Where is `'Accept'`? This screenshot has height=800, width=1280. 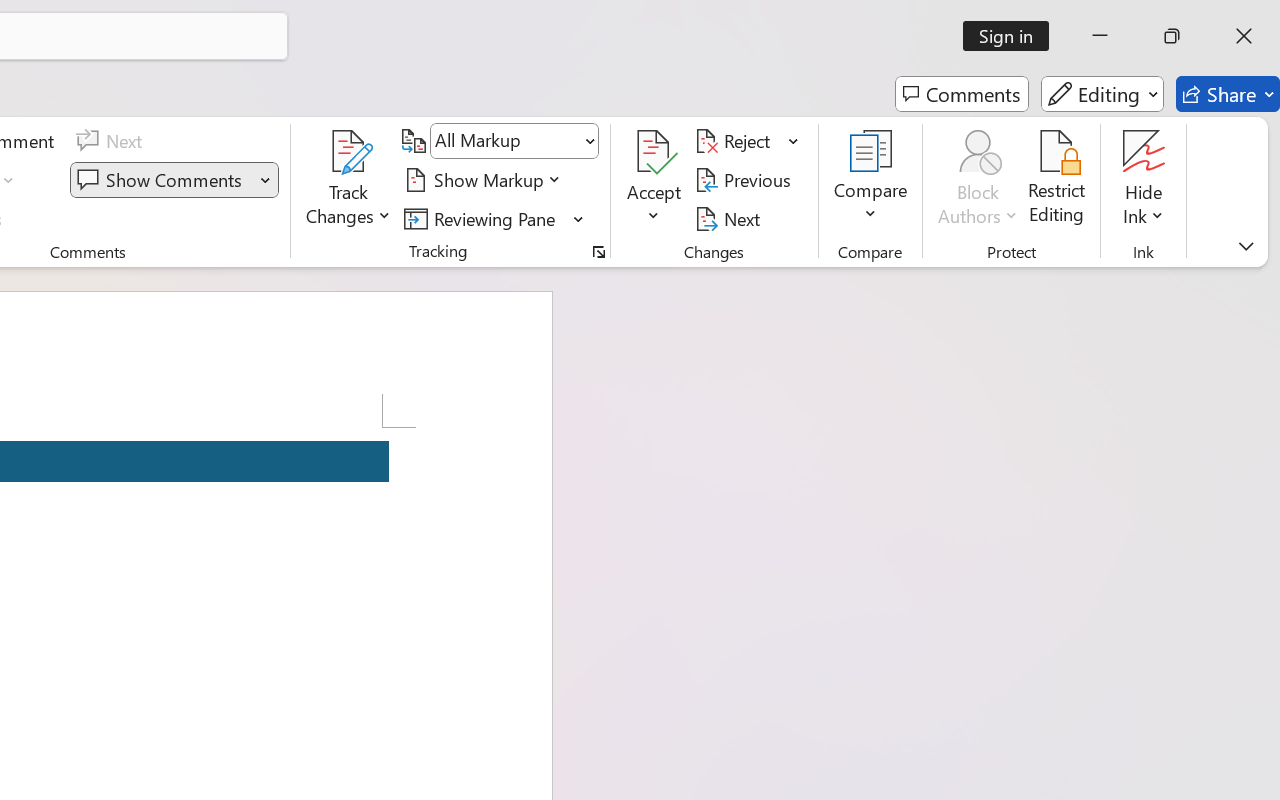
'Accept' is located at coordinates (654, 179).